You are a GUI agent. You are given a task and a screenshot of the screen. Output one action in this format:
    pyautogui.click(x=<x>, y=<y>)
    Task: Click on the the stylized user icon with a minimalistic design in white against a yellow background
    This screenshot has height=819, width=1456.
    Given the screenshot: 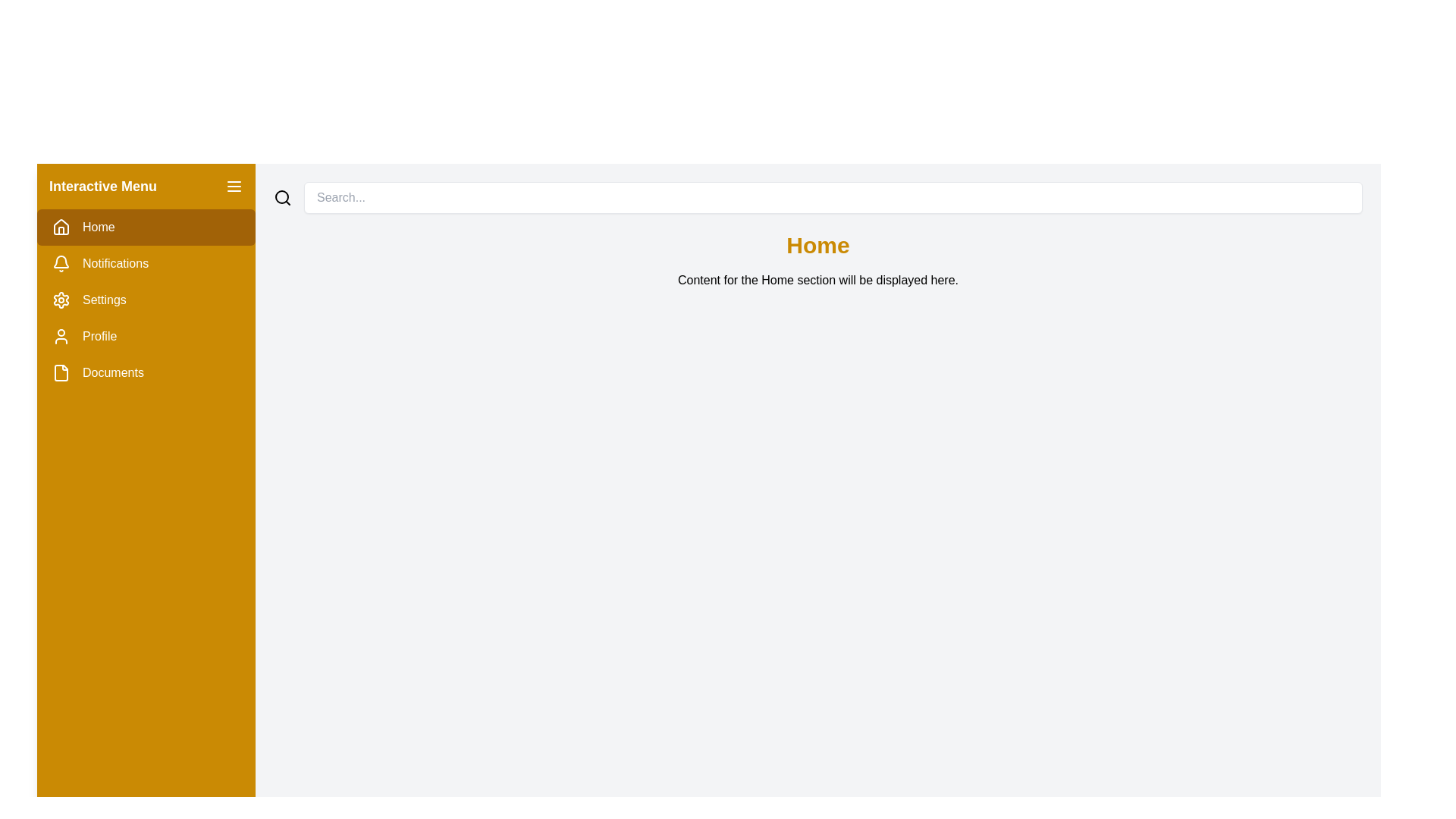 What is the action you would take?
    pyautogui.click(x=61, y=335)
    